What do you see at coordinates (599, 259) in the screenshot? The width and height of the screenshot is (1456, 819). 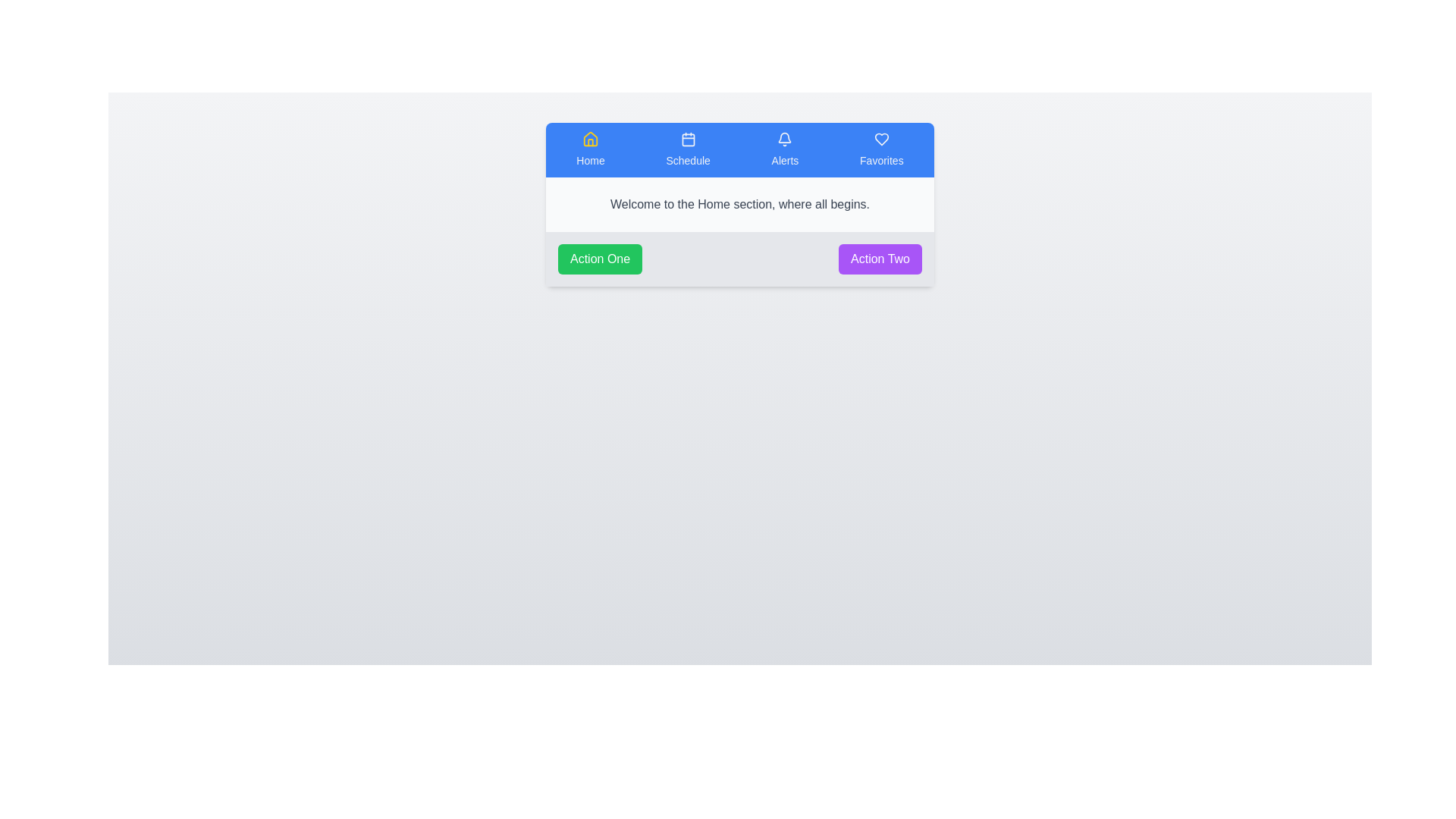 I see `the action button Action One` at bounding box center [599, 259].